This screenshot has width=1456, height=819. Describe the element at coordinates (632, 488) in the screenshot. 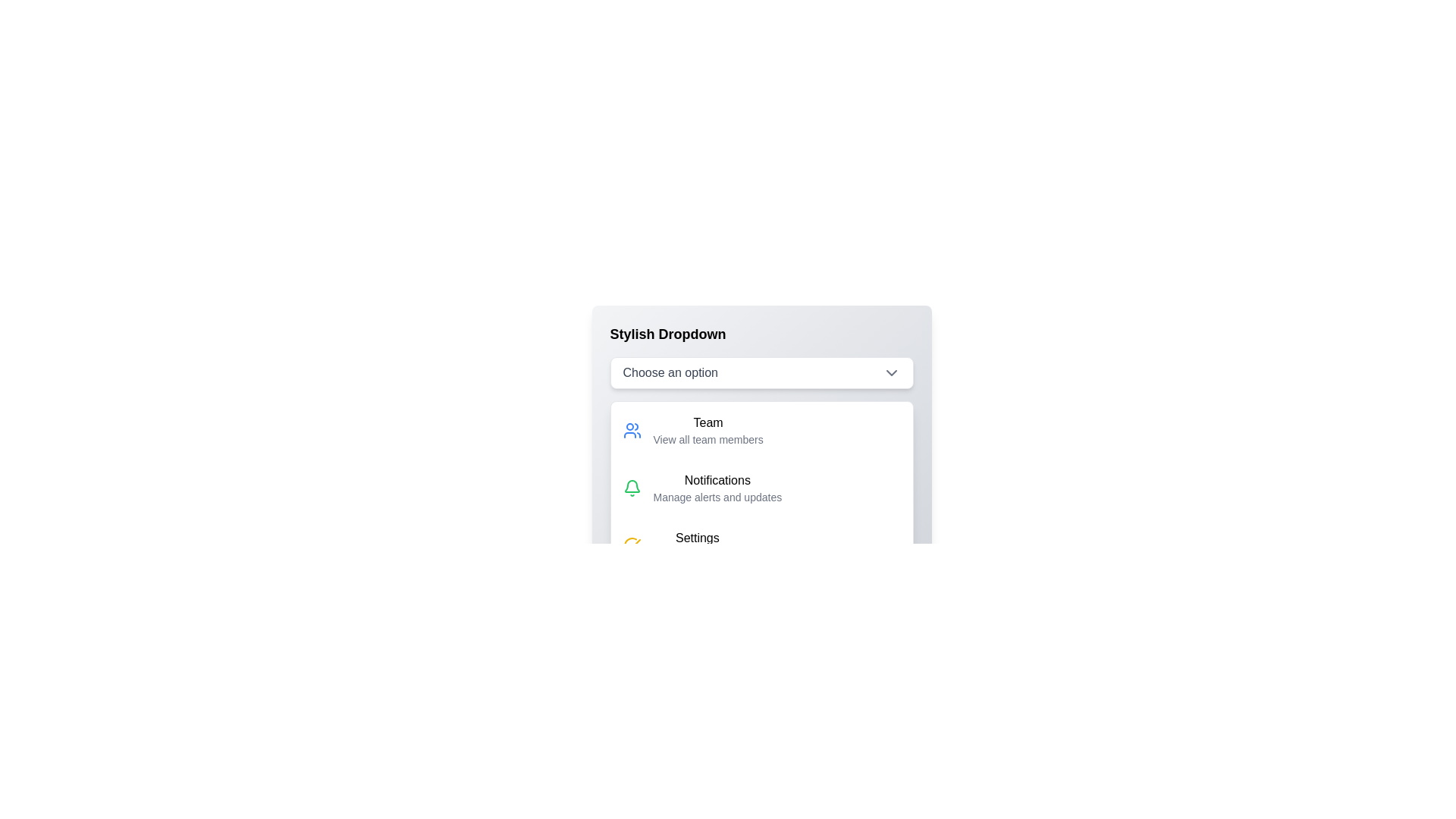

I see `the green outlined bell icon located to the left of the 'Notifications' text in the dropdown menu` at that location.